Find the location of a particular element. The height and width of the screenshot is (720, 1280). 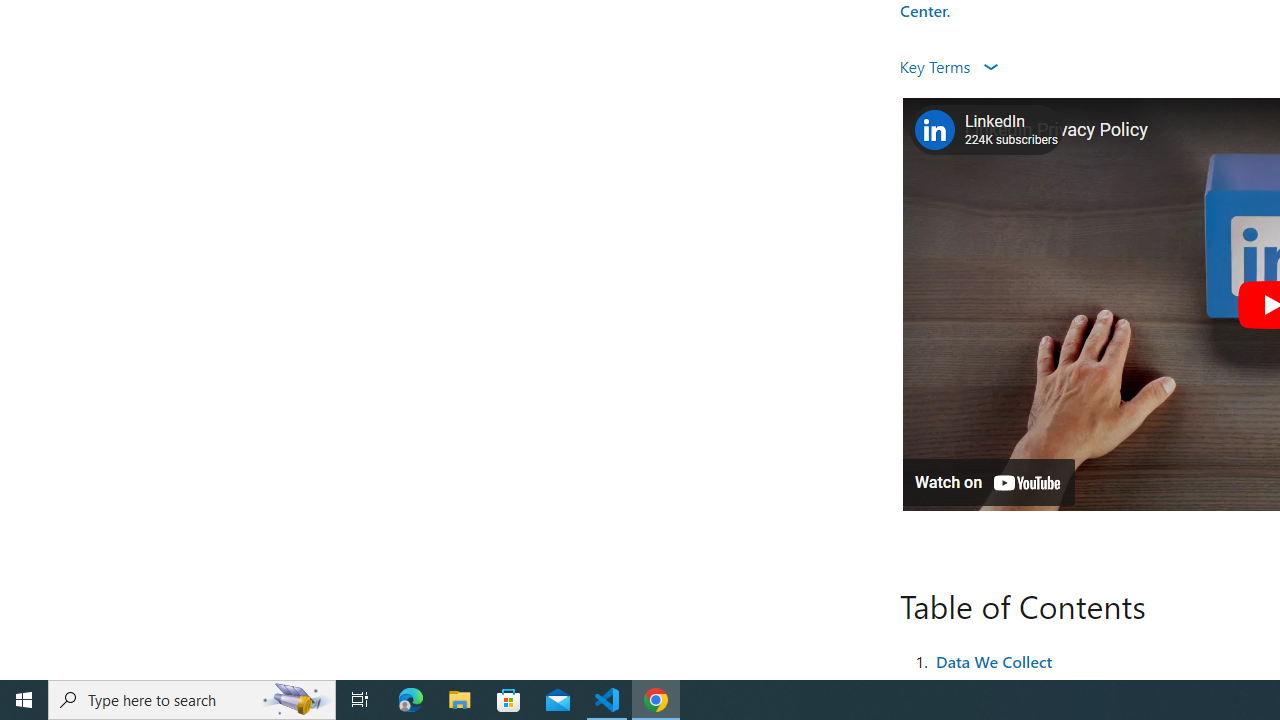

'Watch on YouTube' is located at coordinates (988, 482).